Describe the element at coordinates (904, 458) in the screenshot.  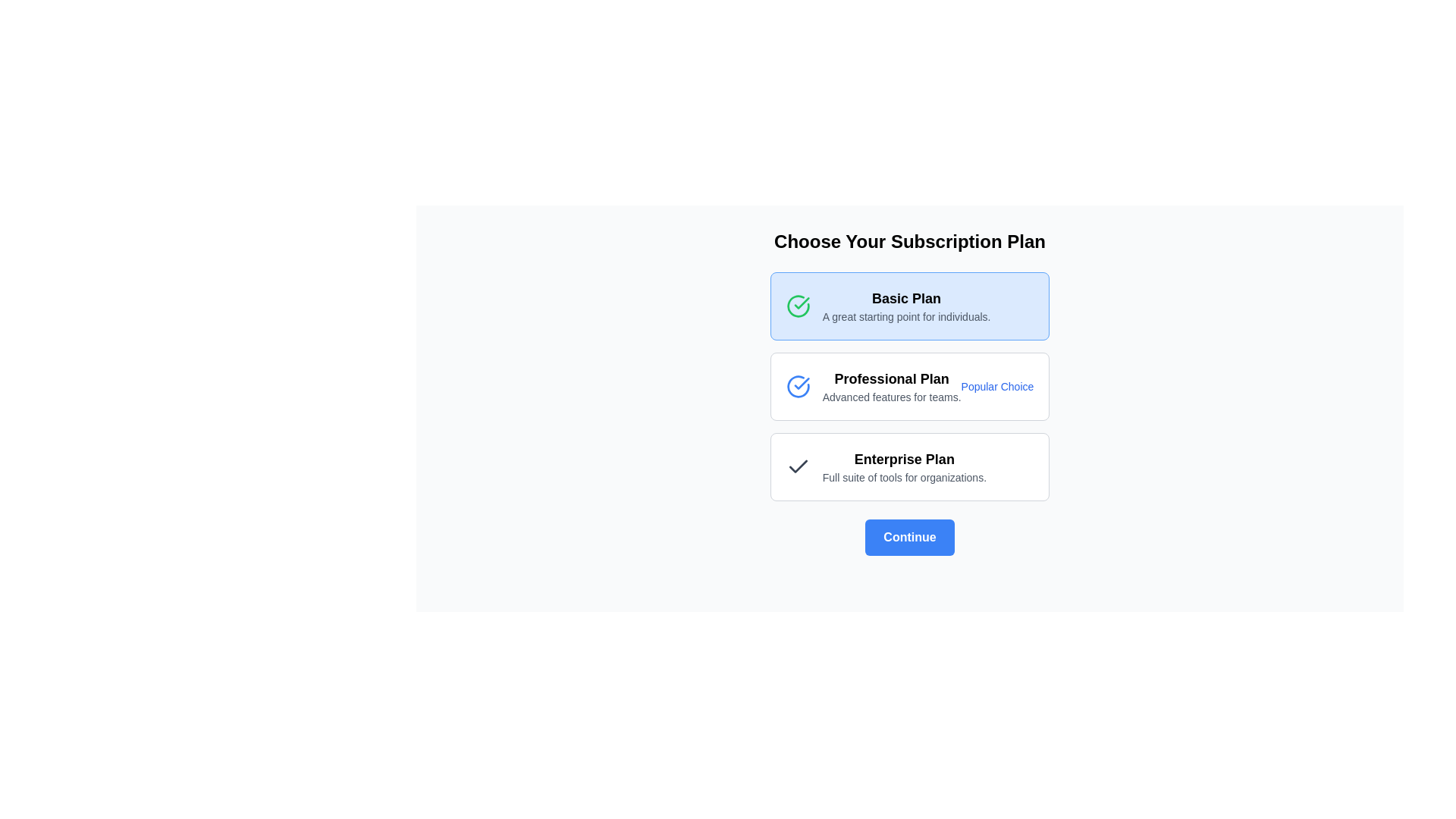
I see `the Static Text Label displaying 'Enterprise Plan', which is located at the top of the subscription option box in the subscription selection interface` at that location.